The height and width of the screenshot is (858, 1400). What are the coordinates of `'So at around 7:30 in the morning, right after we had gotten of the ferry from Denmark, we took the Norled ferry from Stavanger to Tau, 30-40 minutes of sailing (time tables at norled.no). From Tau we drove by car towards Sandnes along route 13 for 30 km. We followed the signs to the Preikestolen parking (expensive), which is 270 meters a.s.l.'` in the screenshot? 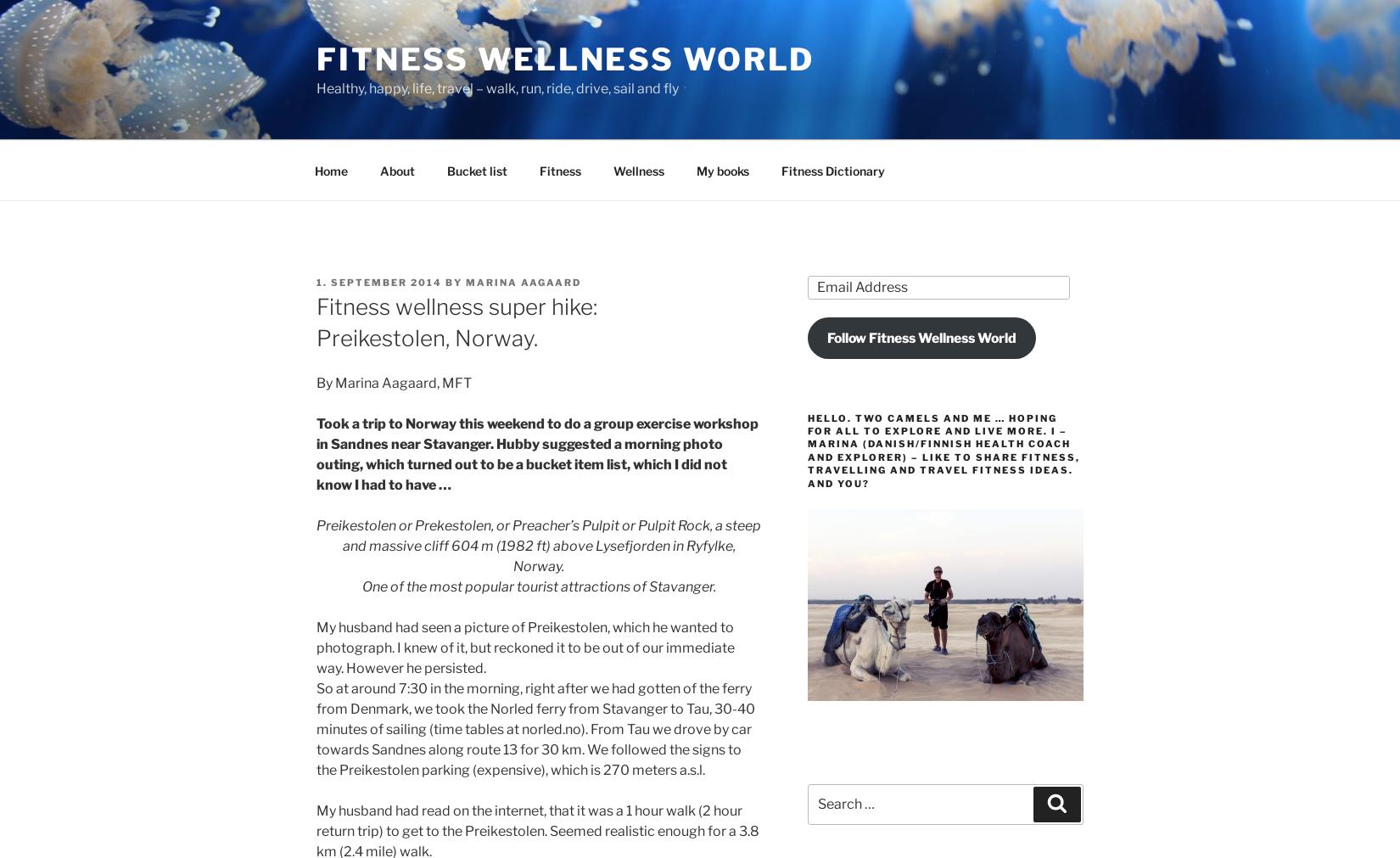 It's located at (535, 728).